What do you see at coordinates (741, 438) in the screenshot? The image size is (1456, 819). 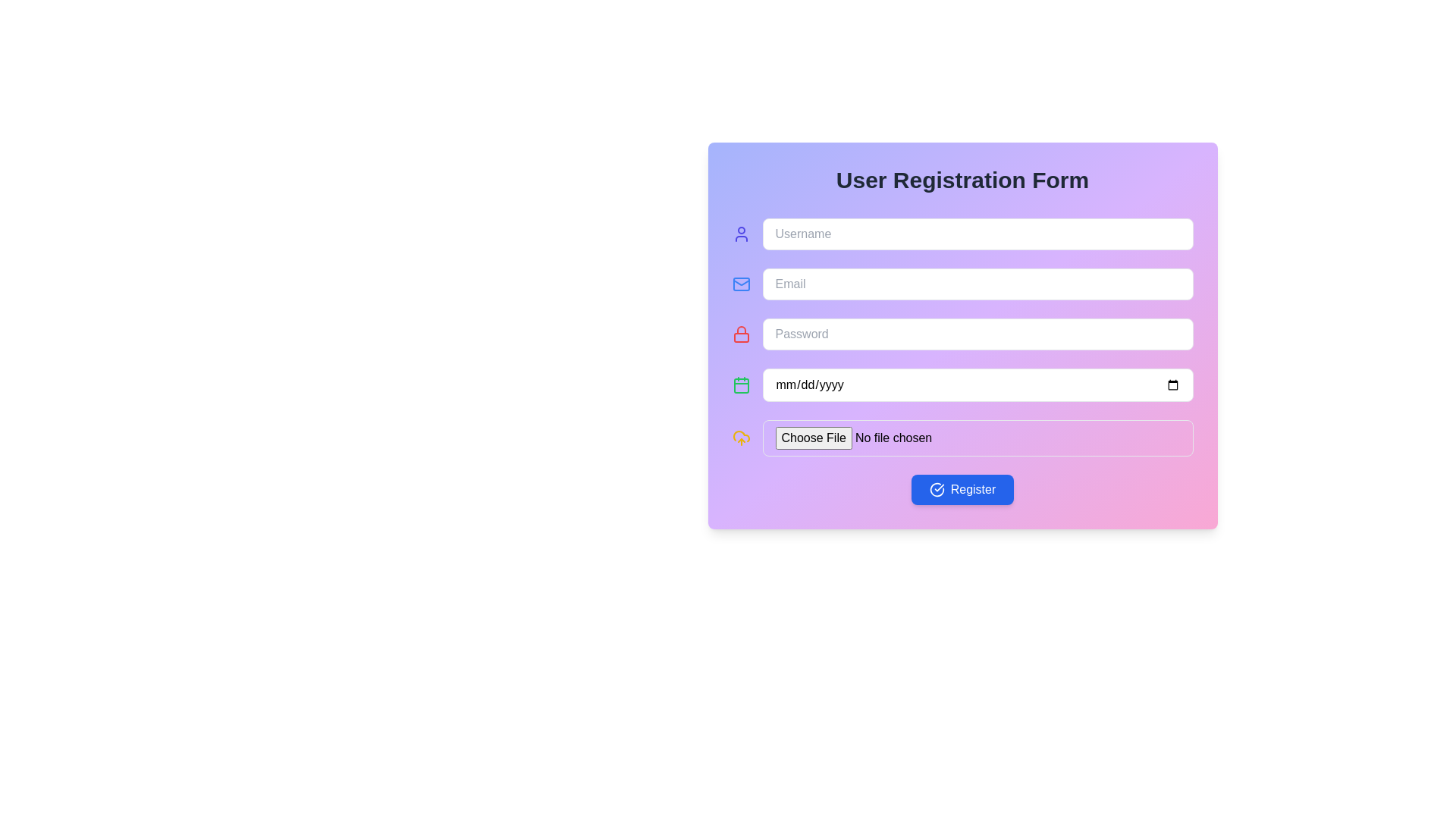 I see `the yellow cloud upload icon, which features a circular cloud outline and an upward-facing arrow, located on the leftmost side of the file selection area adjacent to the 'Choose File' input field` at bounding box center [741, 438].